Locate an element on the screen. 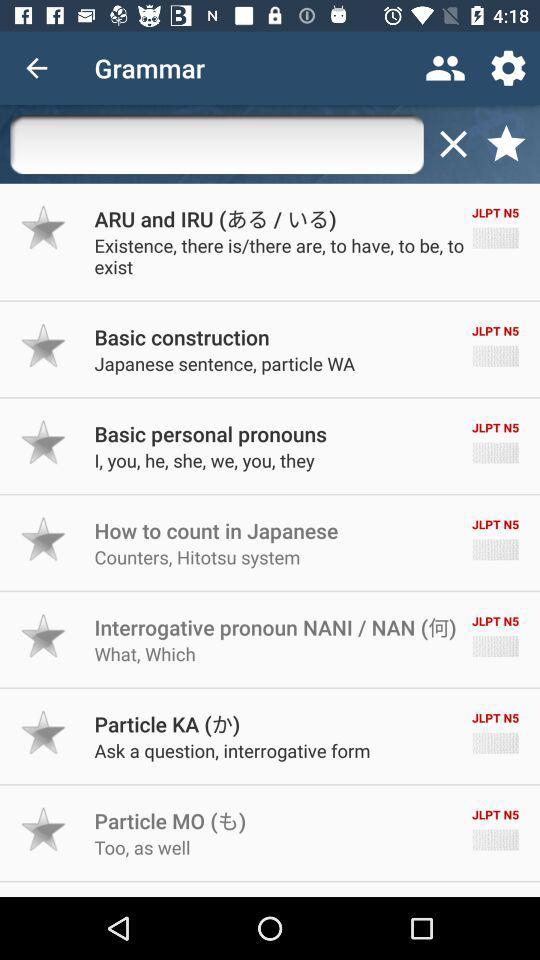 The width and height of the screenshot is (540, 960). to favorites is located at coordinates (44, 538).